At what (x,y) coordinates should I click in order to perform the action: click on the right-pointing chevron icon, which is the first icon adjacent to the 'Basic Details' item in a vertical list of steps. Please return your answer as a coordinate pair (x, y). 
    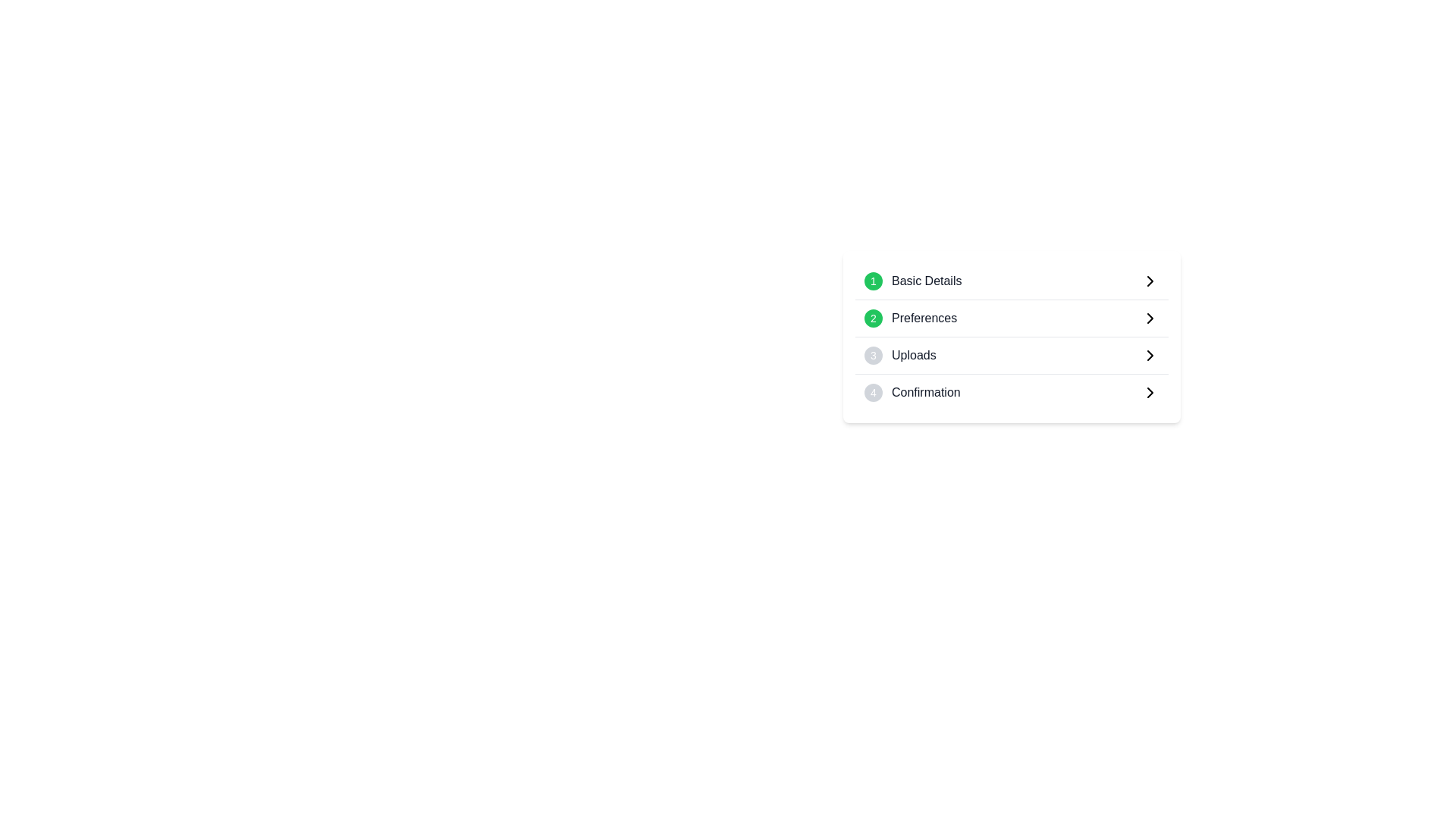
    Looking at the image, I should click on (1150, 281).